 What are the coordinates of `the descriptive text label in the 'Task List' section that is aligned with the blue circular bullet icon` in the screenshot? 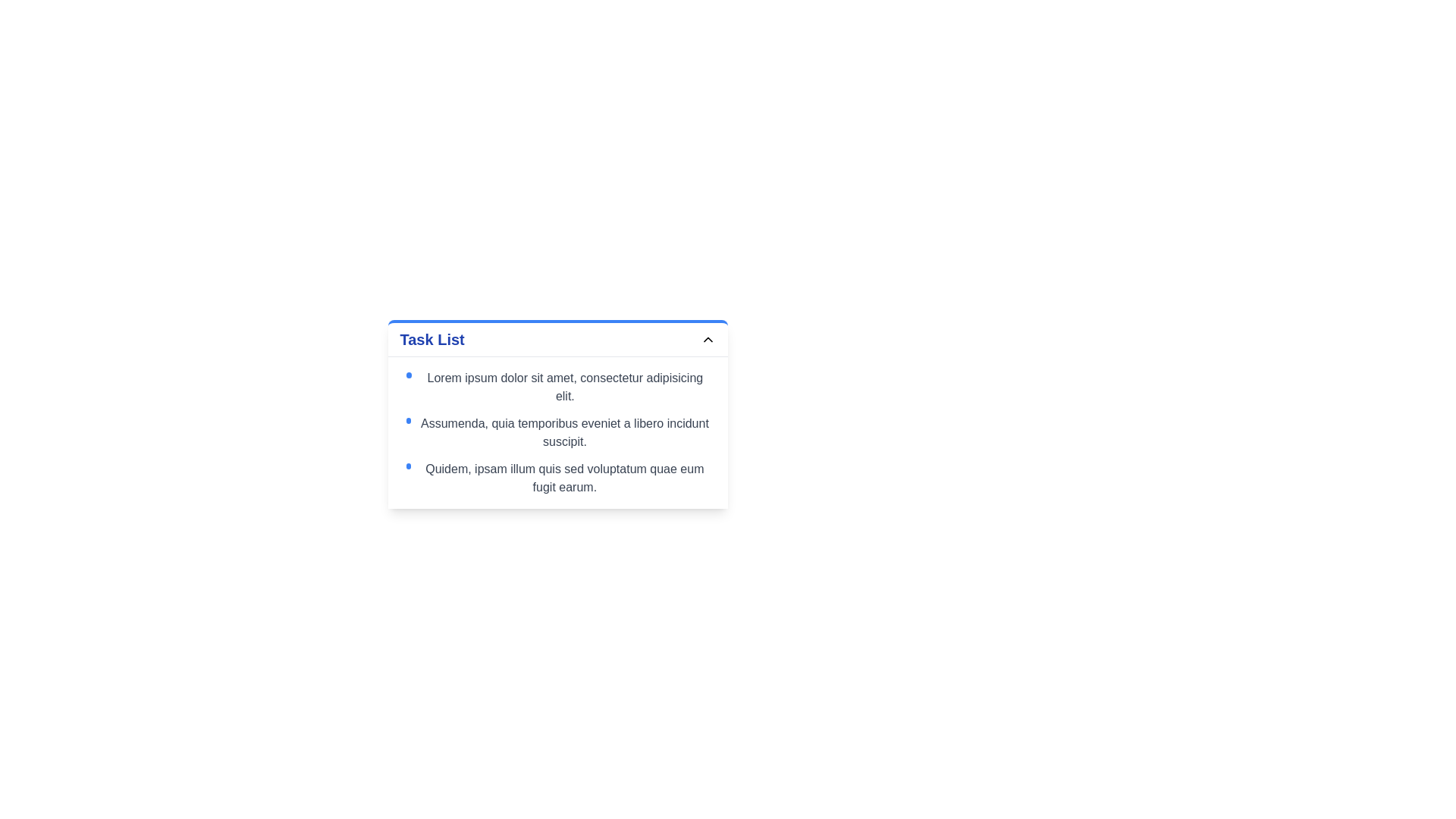 It's located at (564, 386).